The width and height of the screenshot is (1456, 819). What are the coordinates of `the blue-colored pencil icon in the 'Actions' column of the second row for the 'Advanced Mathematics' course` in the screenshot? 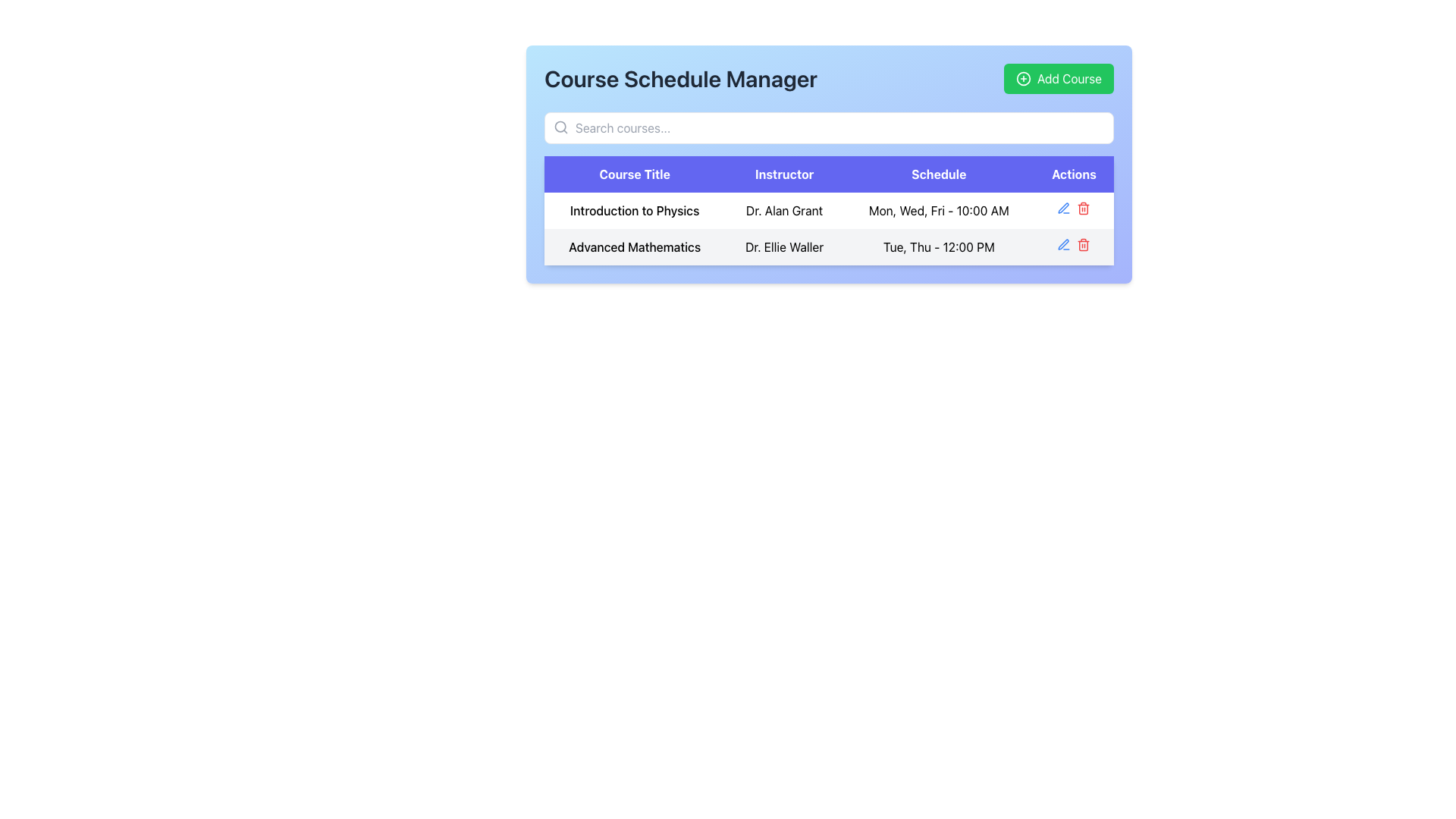 It's located at (1063, 244).